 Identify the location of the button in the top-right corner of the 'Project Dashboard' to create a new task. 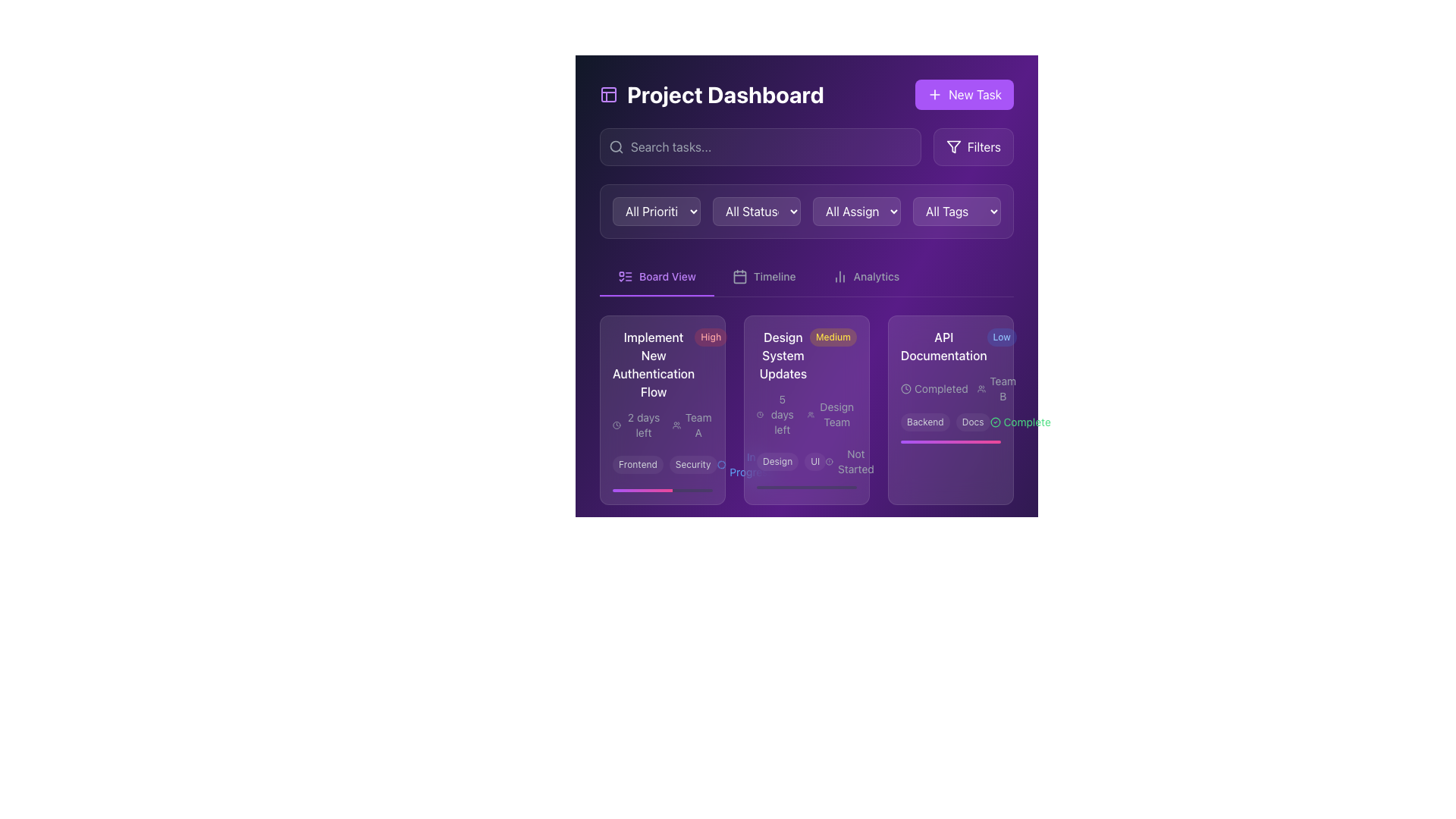
(964, 94).